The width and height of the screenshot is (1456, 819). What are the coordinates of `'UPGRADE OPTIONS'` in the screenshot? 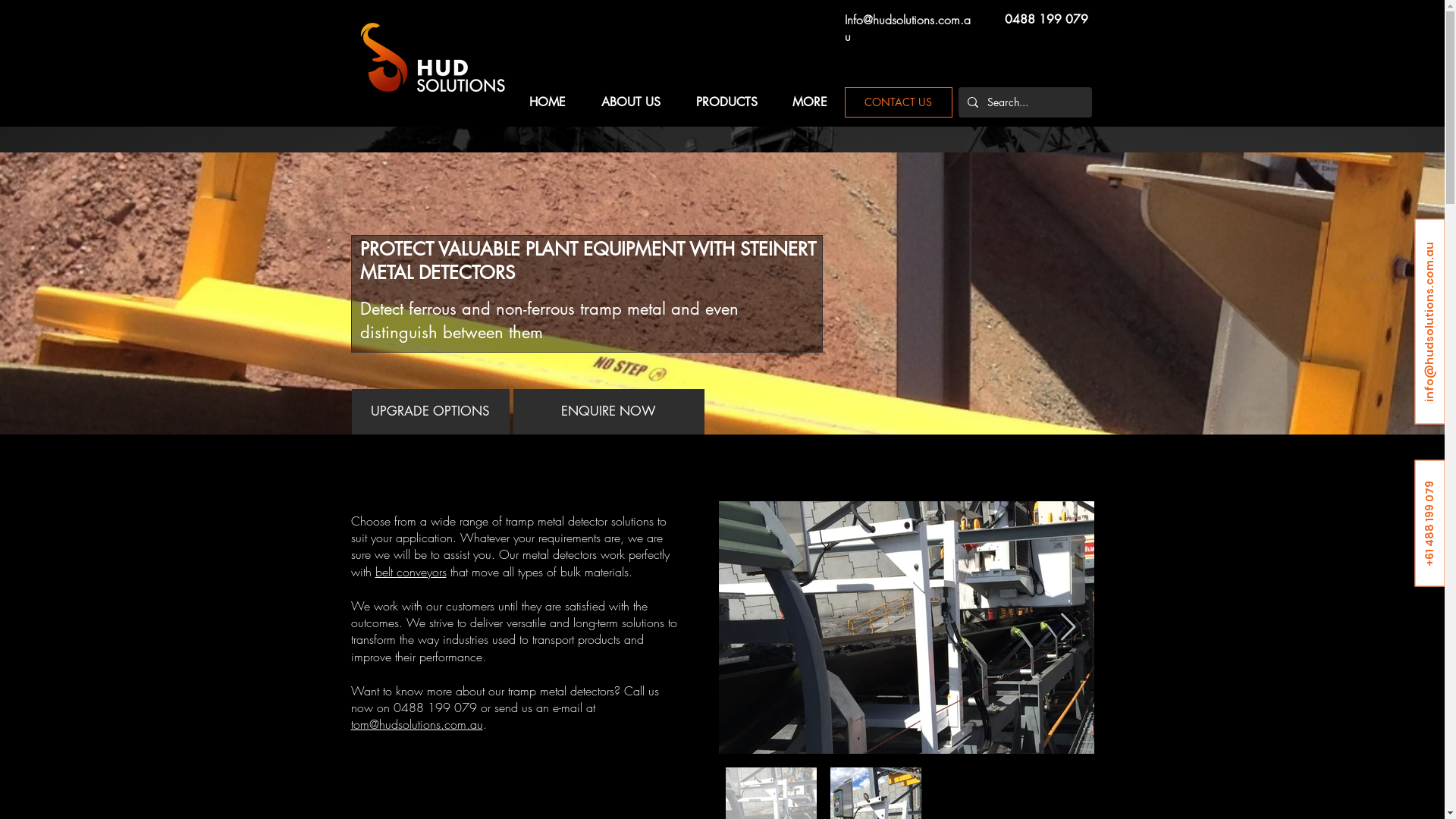 It's located at (351, 412).